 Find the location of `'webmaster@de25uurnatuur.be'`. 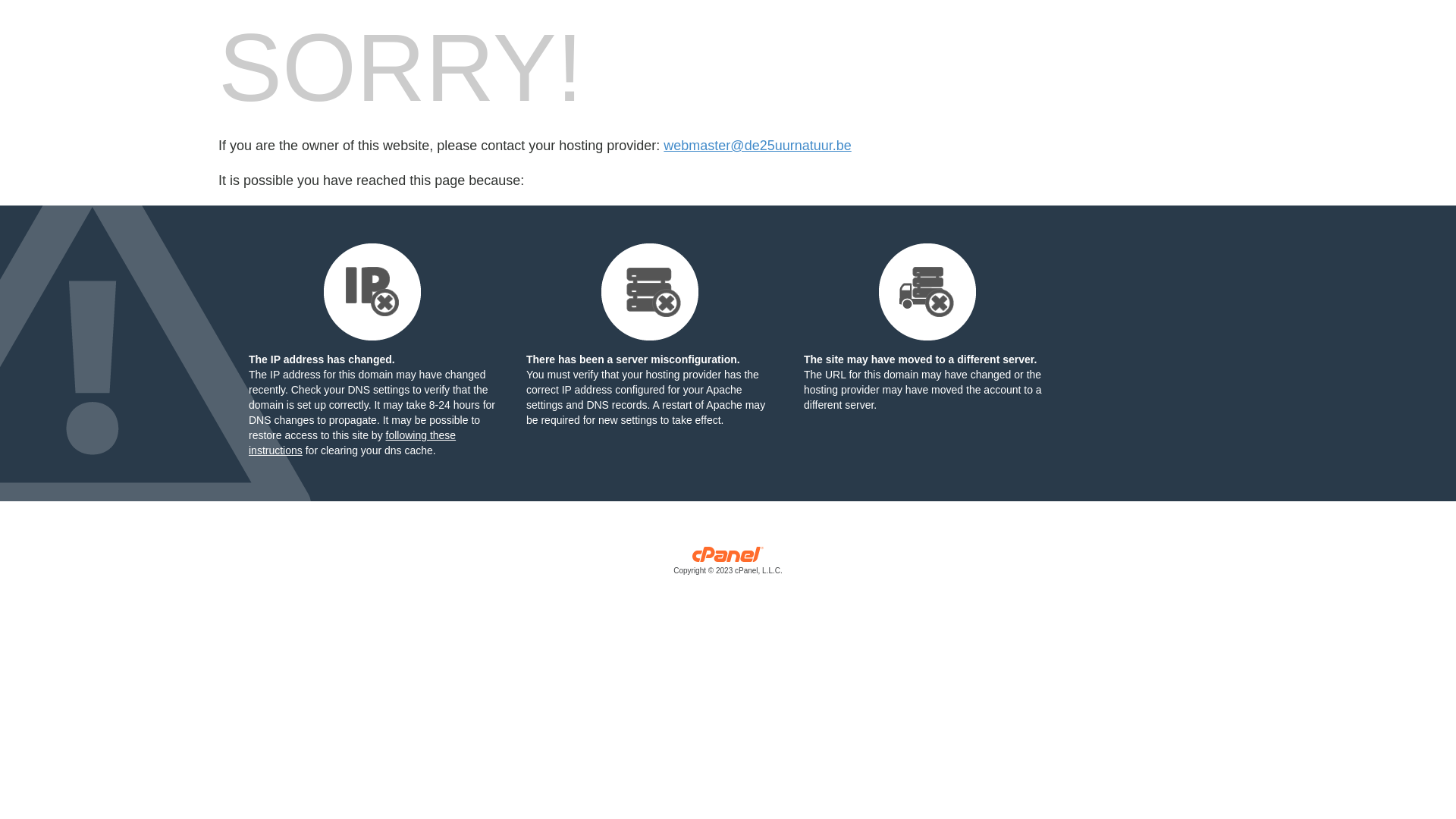

'webmaster@de25uurnatuur.be' is located at coordinates (757, 146).